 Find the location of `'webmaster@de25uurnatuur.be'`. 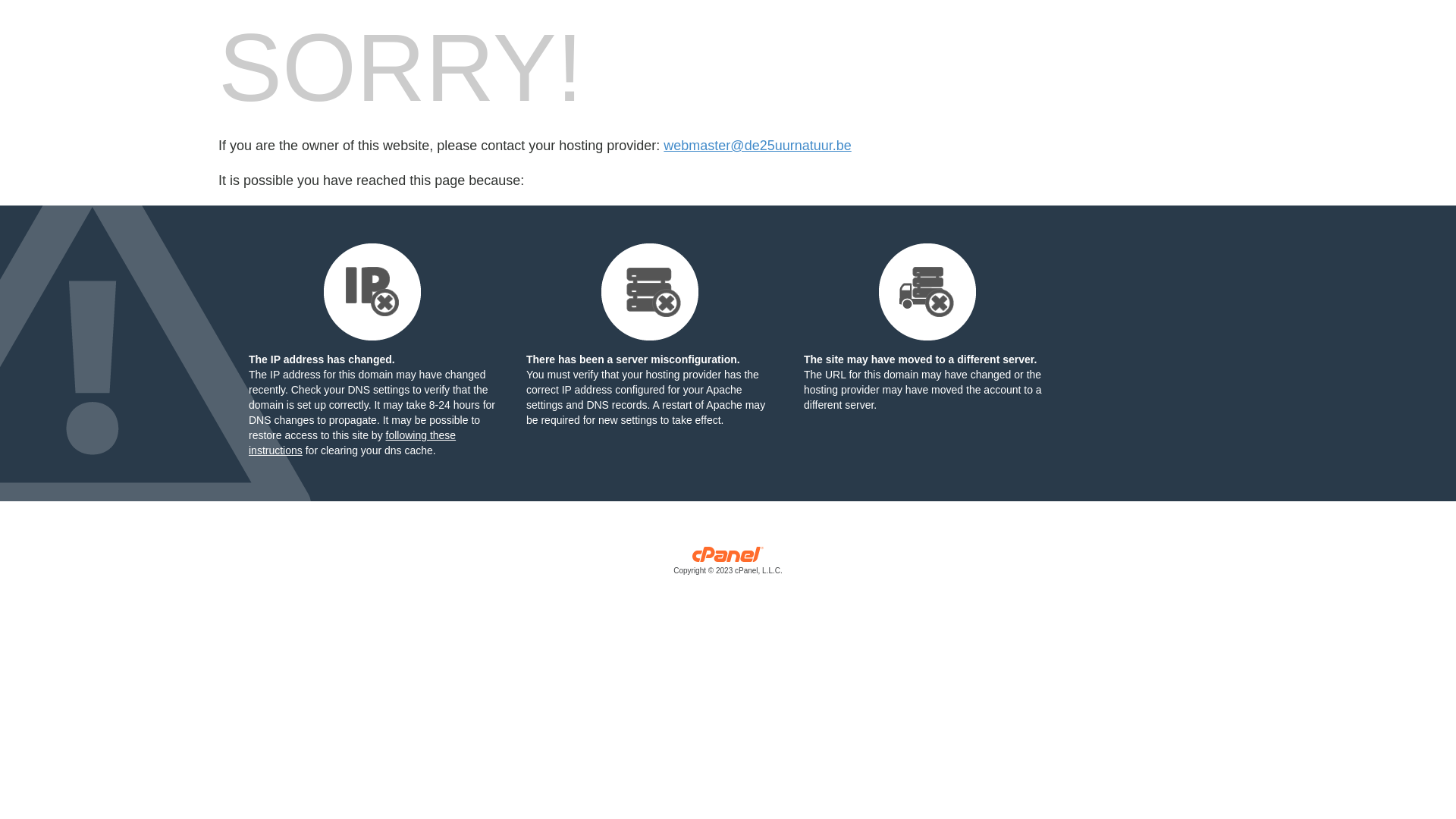

'webmaster@de25uurnatuur.be' is located at coordinates (757, 146).